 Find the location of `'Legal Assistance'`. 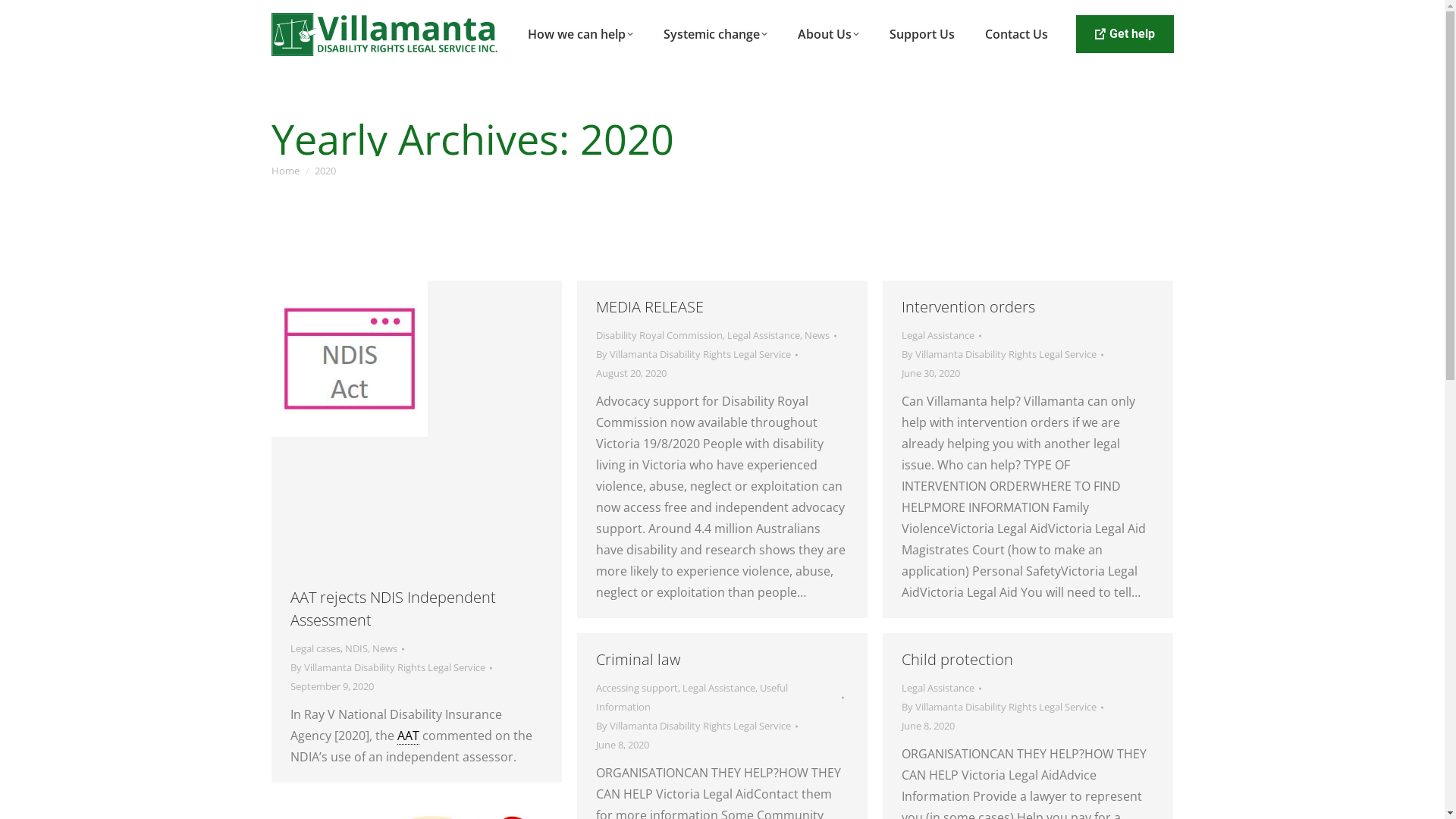

'Legal Assistance' is located at coordinates (937, 334).